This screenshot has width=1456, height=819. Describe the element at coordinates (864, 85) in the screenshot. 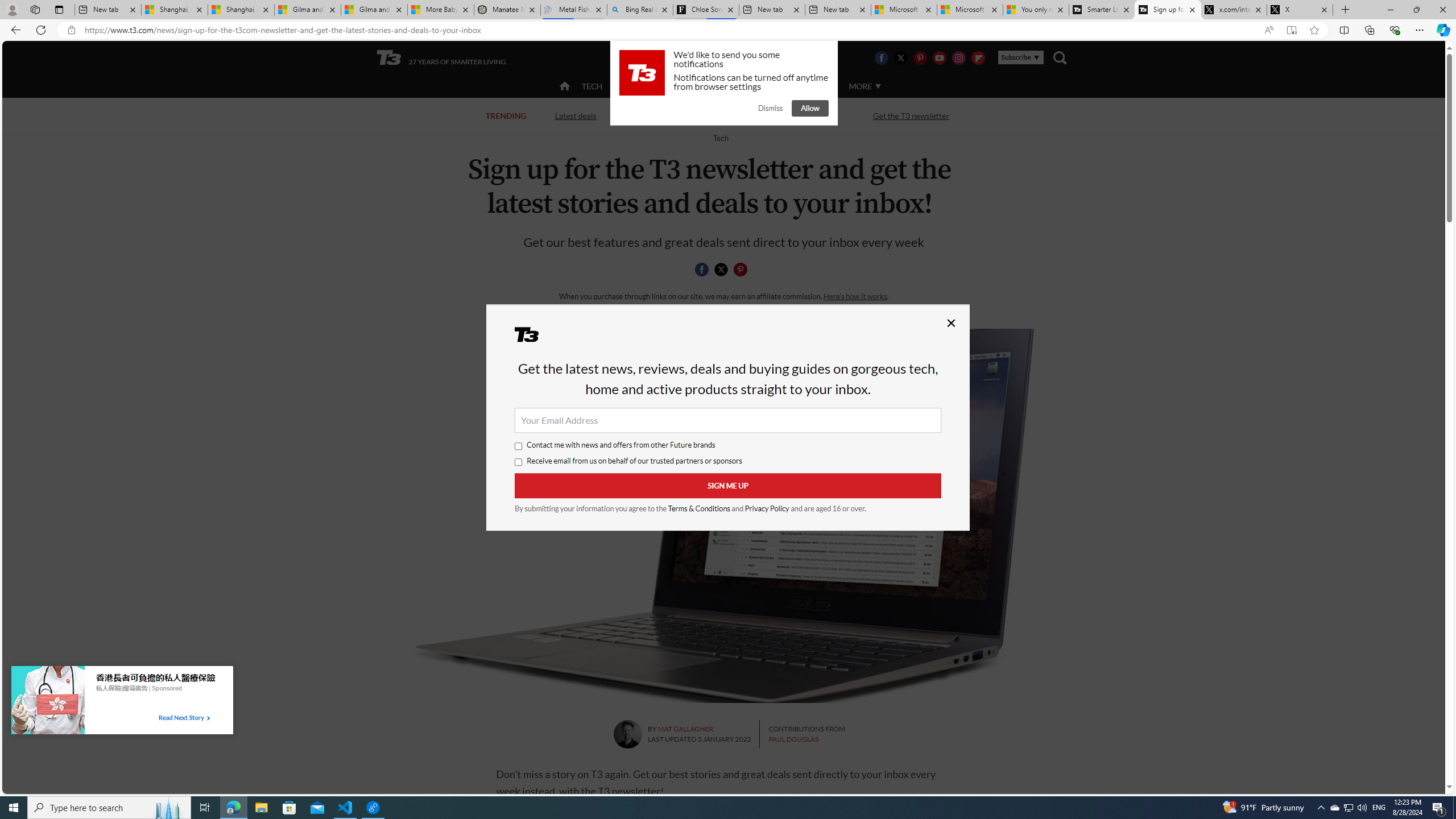

I see `'MORE '` at that location.